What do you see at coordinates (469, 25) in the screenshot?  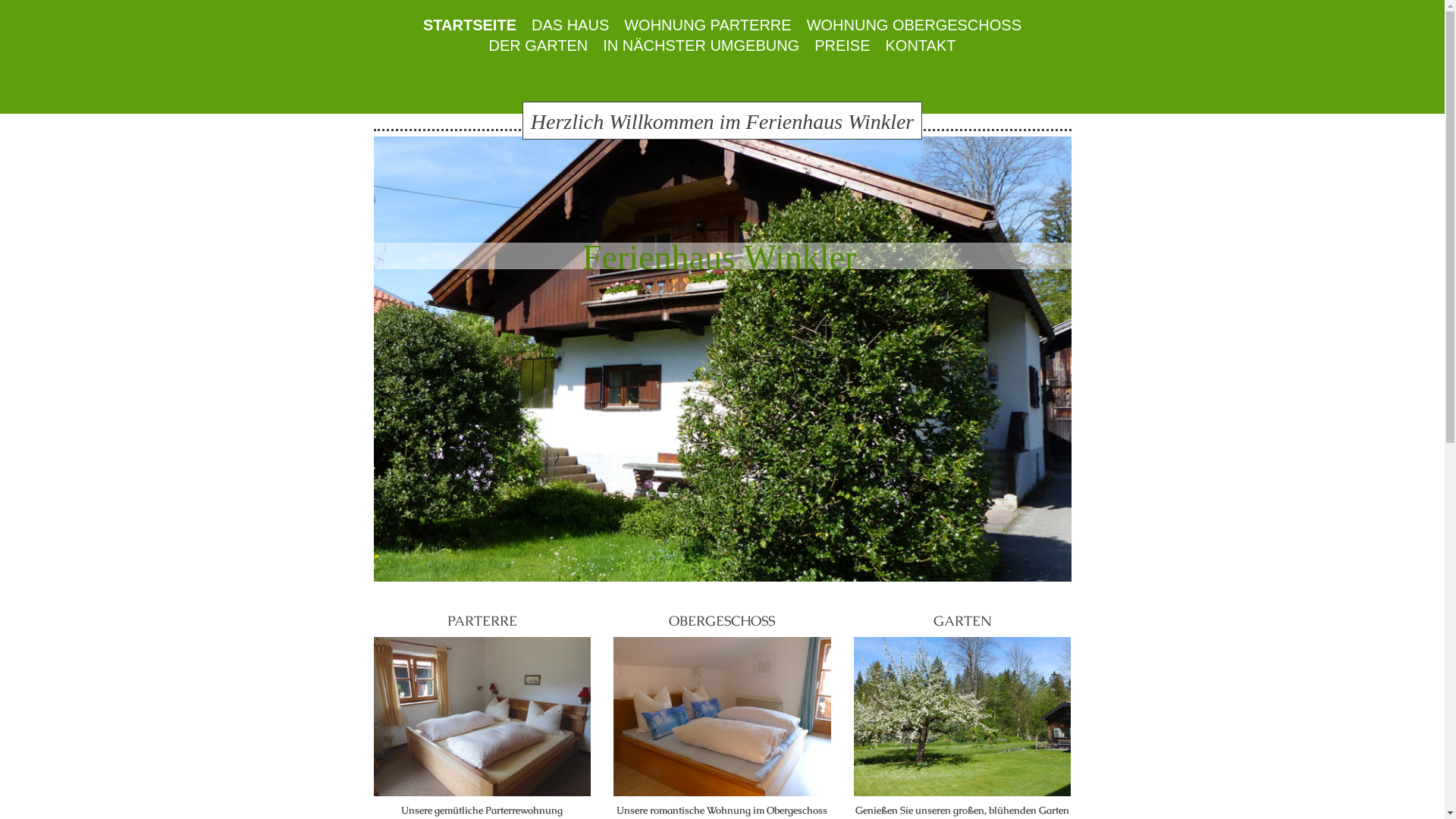 I see `'STARTSEITE'` at bounding box center [469, 25].